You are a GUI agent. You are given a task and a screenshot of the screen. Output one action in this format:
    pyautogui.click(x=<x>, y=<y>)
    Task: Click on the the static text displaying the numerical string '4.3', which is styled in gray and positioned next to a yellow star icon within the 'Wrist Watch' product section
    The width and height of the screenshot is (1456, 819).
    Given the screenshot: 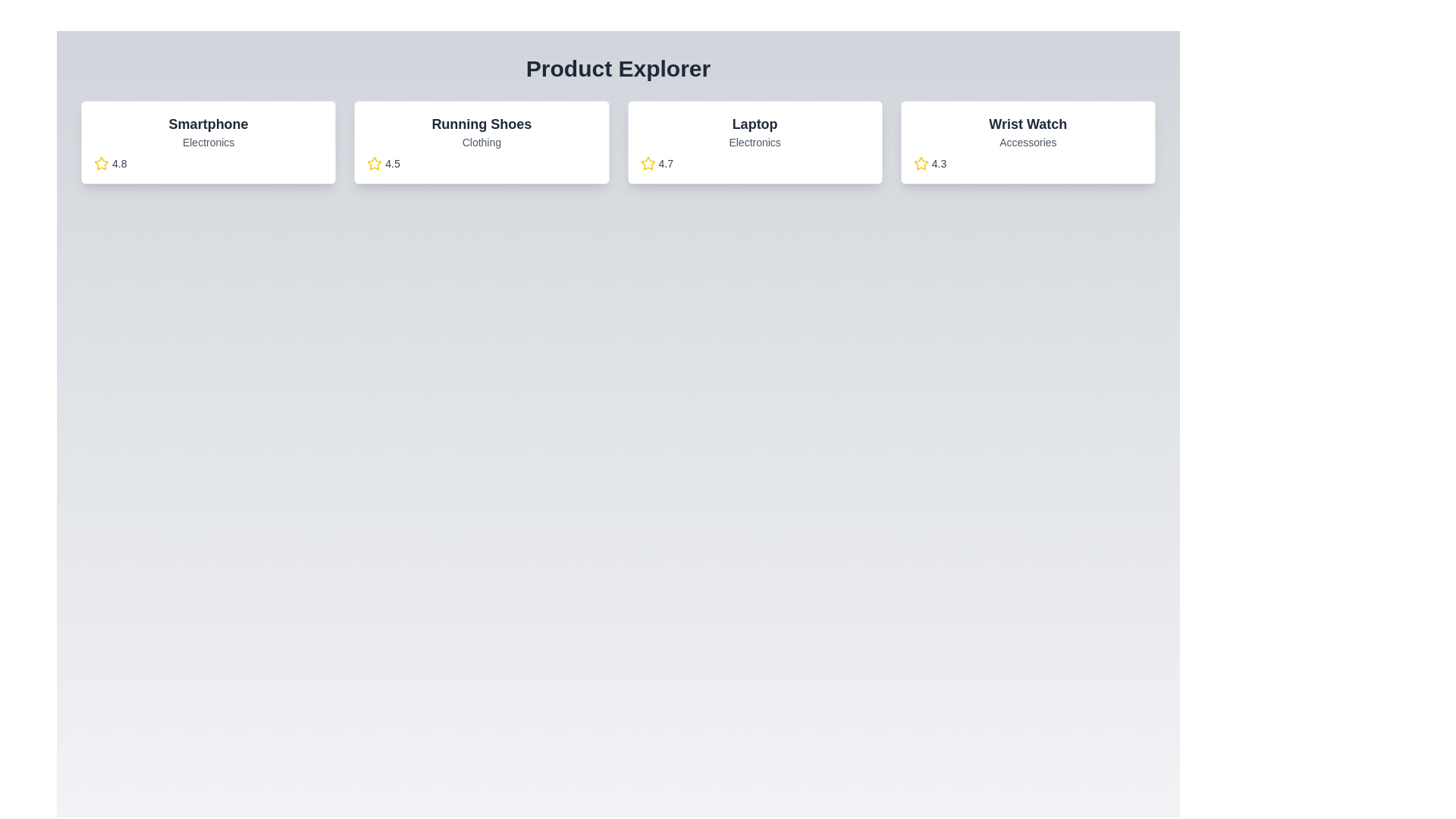 What is the action you would take?
    pyautogui.click(x=938, y=164)
    